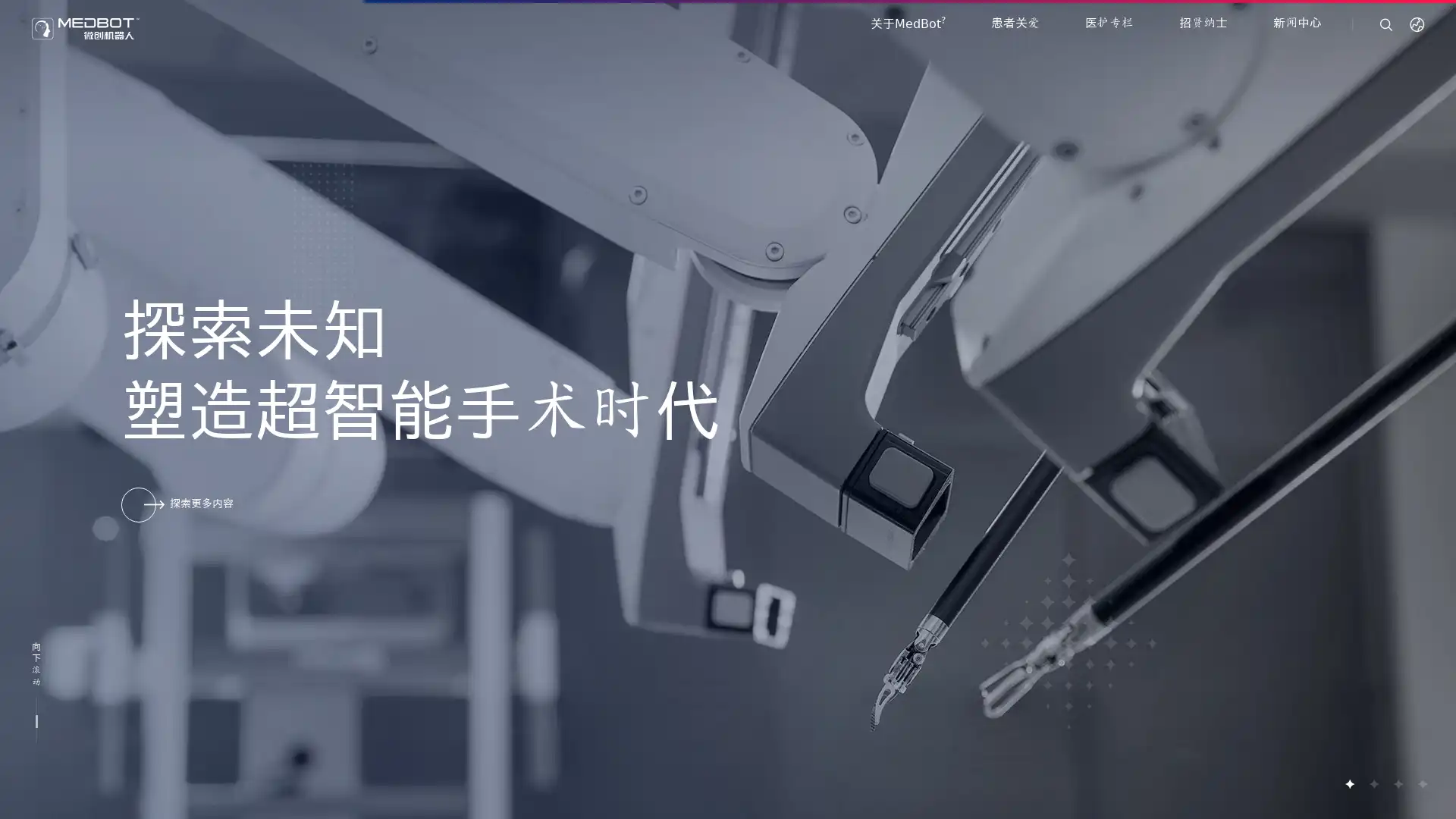  I want to click on Go to slide 1, so click(1349, 783).